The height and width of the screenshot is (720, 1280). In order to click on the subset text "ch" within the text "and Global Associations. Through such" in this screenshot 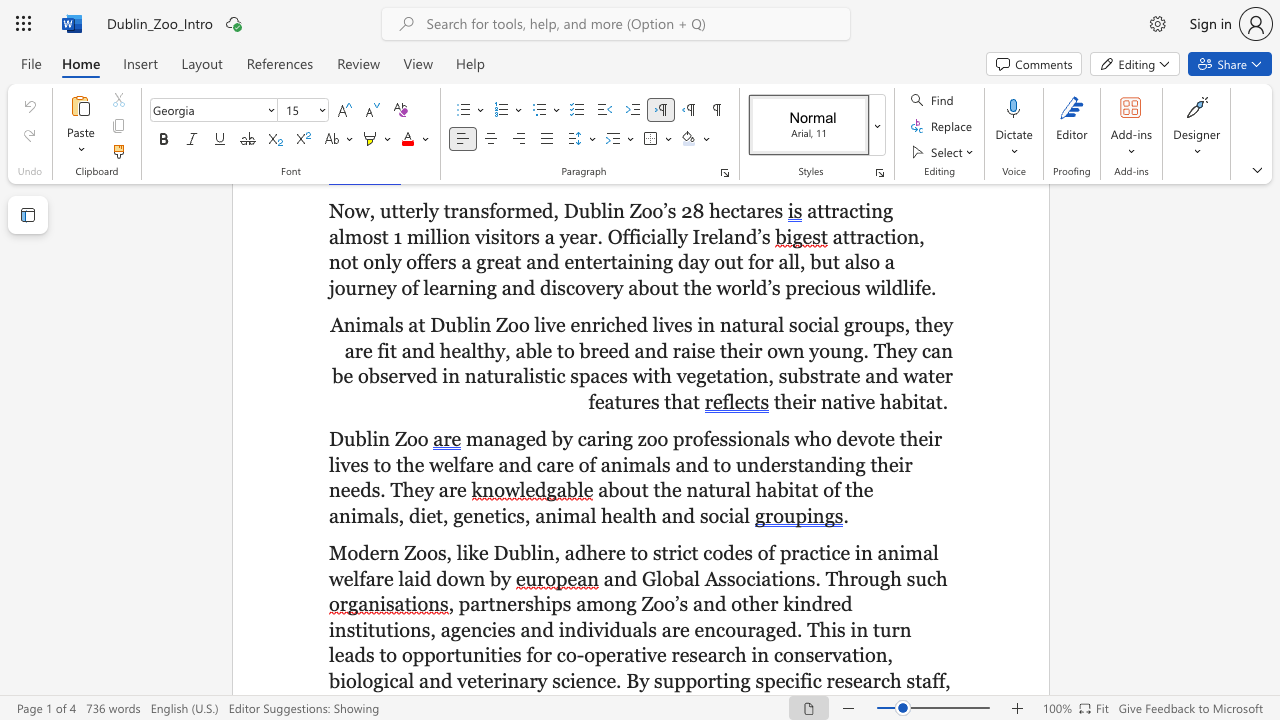, I will do `click(925, 578)`.